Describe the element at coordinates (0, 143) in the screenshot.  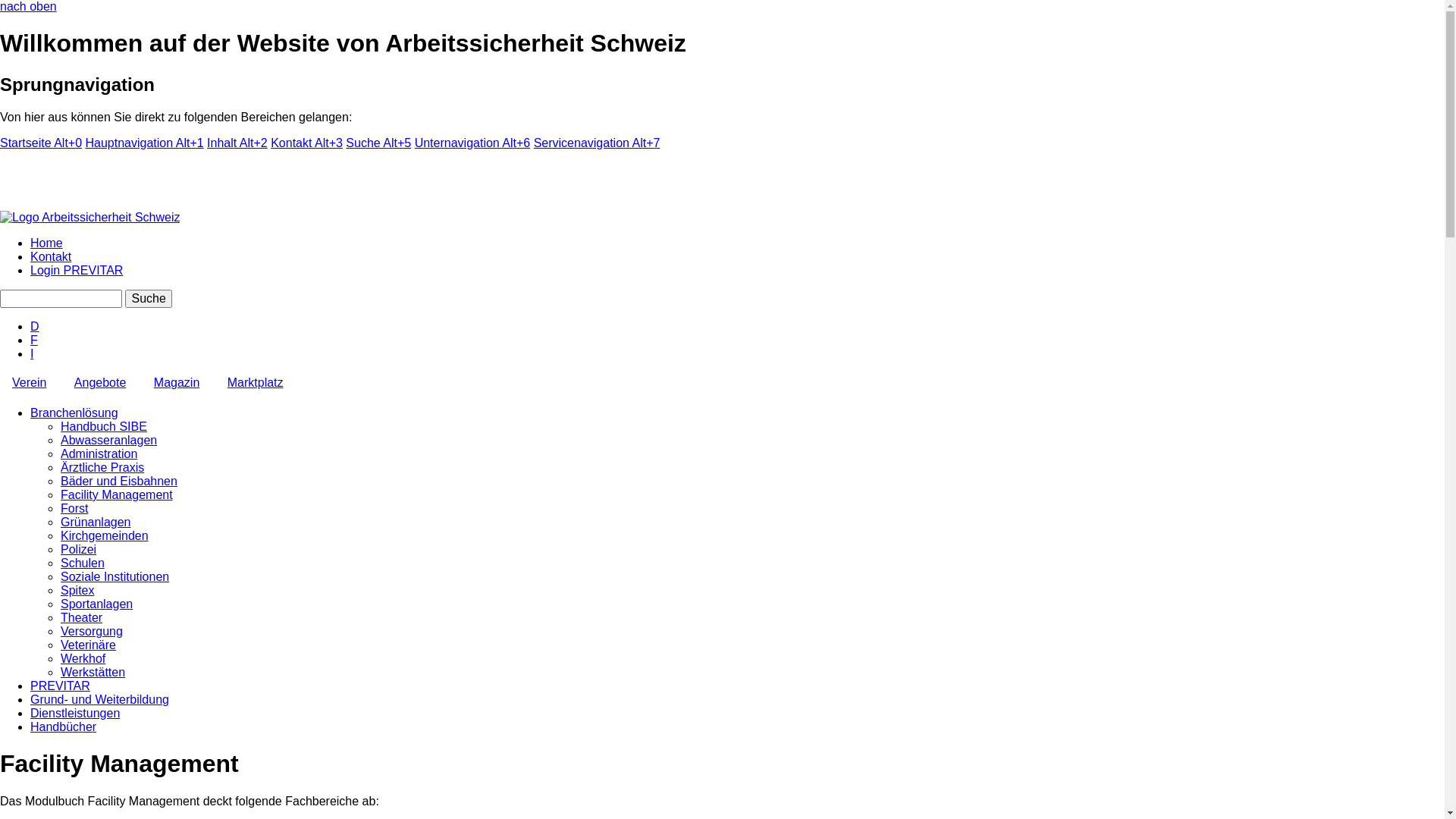
I see `'Startseite Alt+0'` at that location.